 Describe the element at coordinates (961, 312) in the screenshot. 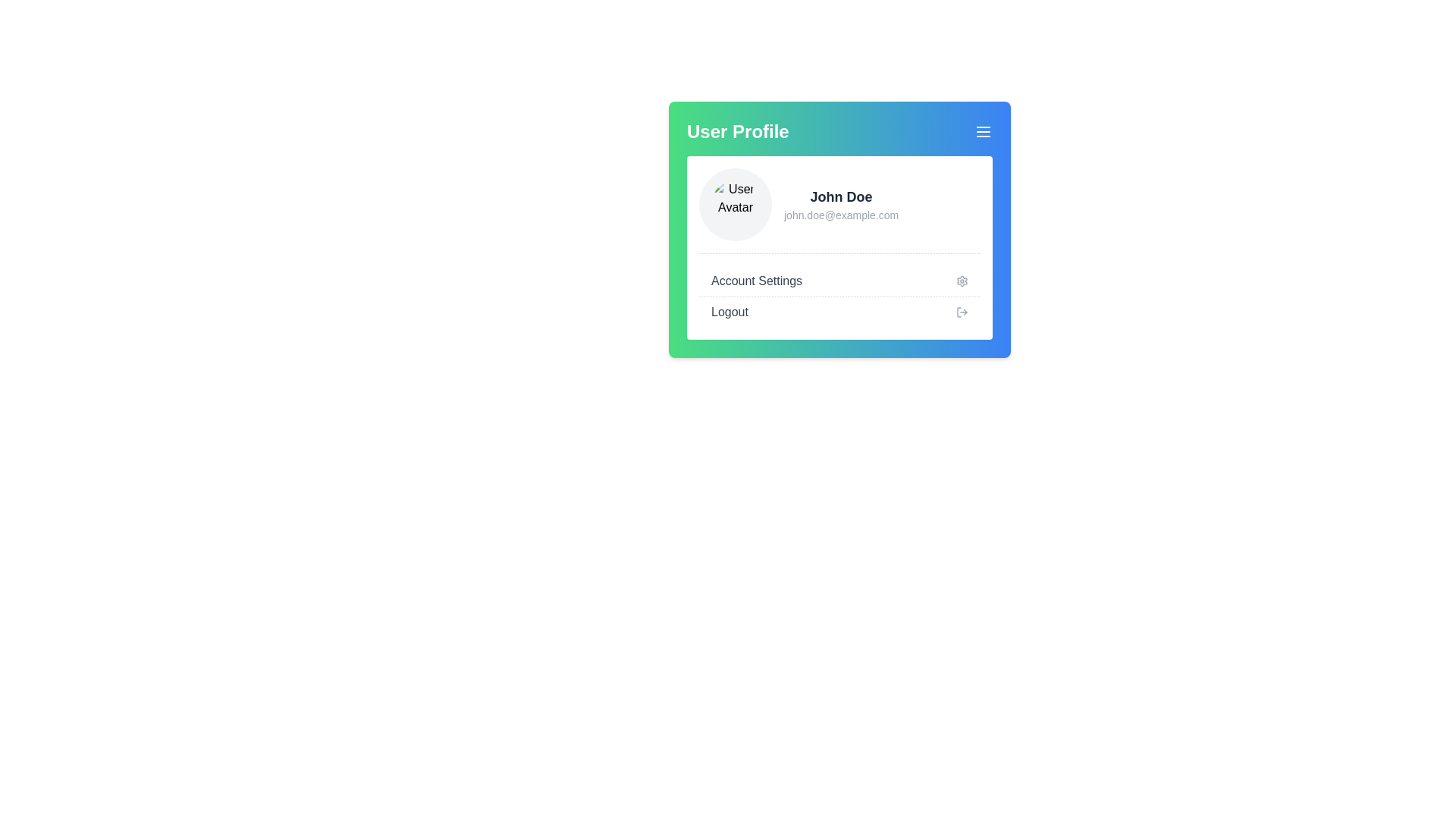

I see `the Logout icon located within the user profile card, positioned to the right of the 'Logout' text label` at that location.